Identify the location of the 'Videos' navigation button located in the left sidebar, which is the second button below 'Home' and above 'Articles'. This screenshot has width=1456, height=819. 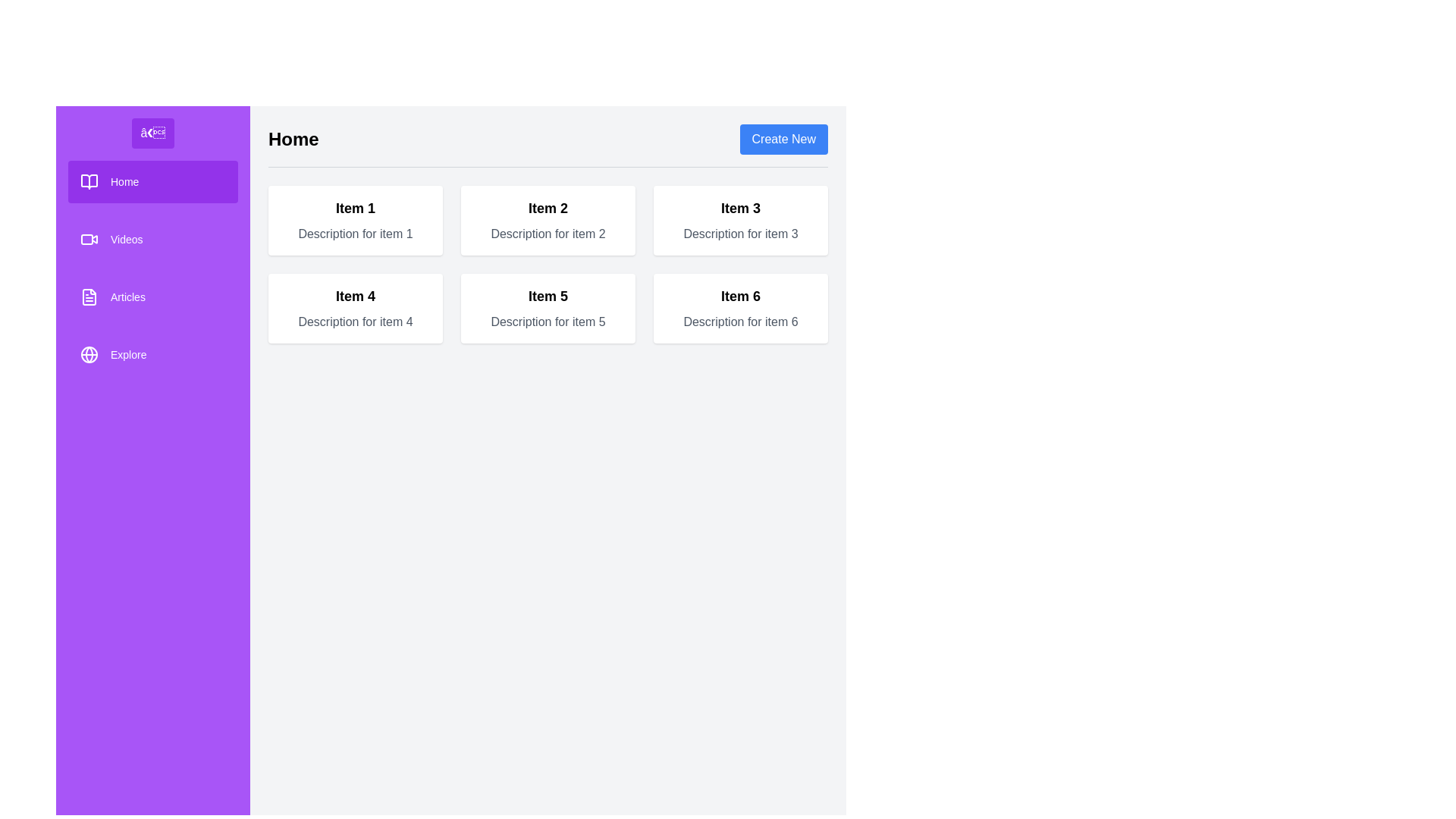
(152, 239).